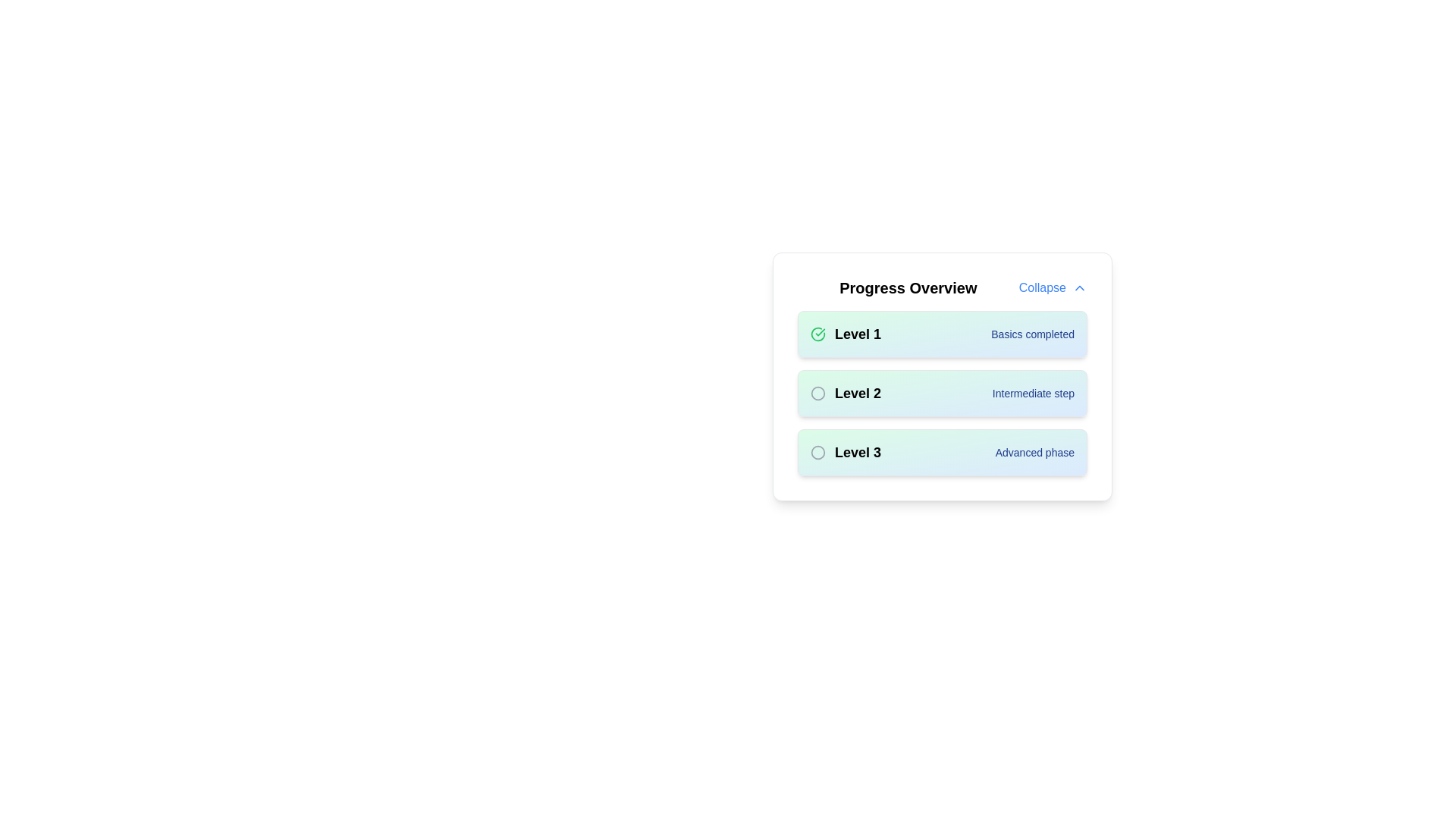 This screenshot has width=1456, height=819. What do you see at coordinates (942, 376) in the screenshot?
I see `the Progress step indicator element with a gradient background, labeled 'Level 2' and 'Intermediate step', for navigation` at bounding box center [942, 376].